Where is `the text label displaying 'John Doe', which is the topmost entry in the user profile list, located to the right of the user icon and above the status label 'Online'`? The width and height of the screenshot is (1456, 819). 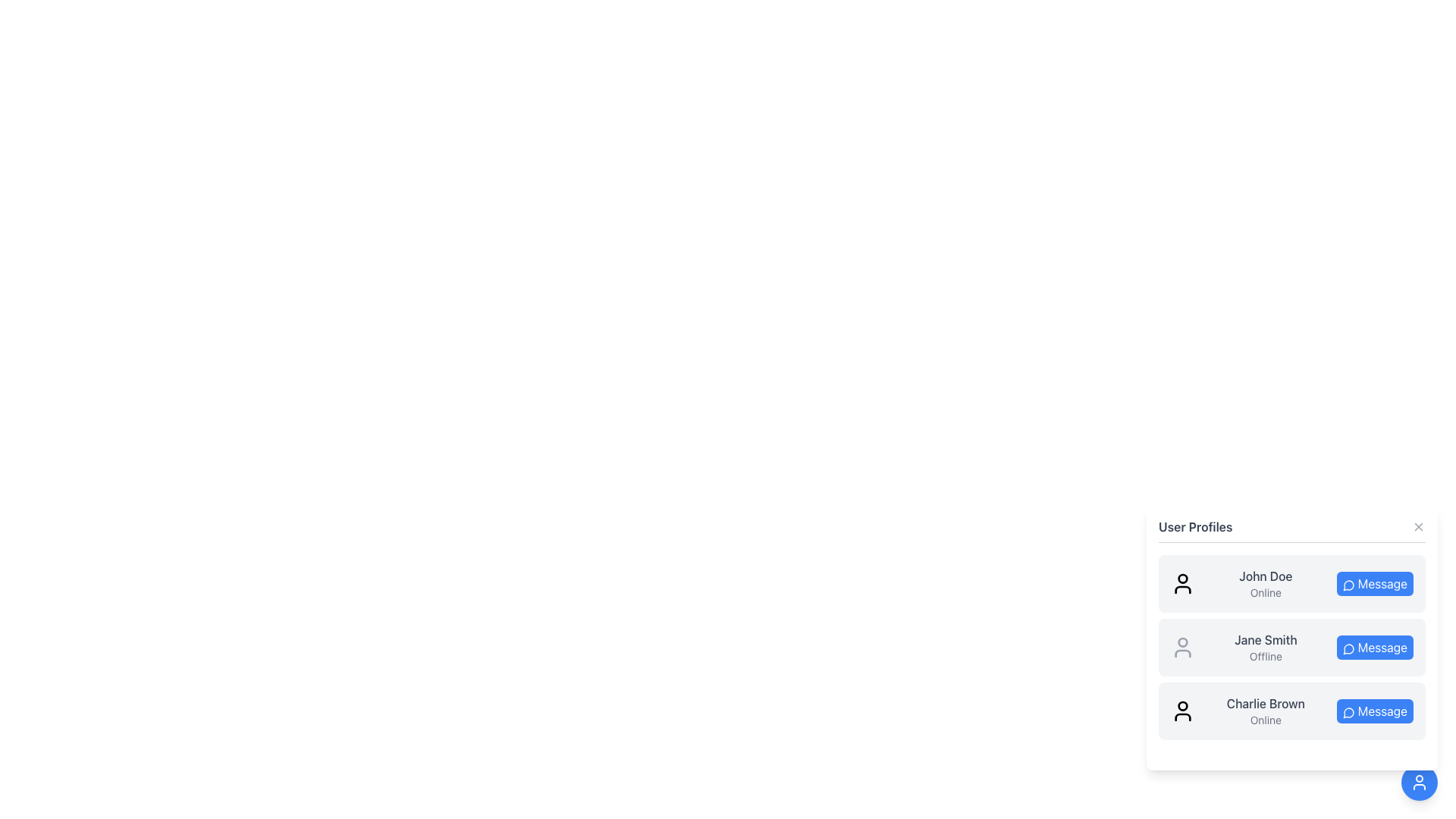 the text label displaying 'John Doe', which is the topmost entry in the user profile list, located to the right of the user icon and above the status label 'Online' is located at coordinates (1266, 576).